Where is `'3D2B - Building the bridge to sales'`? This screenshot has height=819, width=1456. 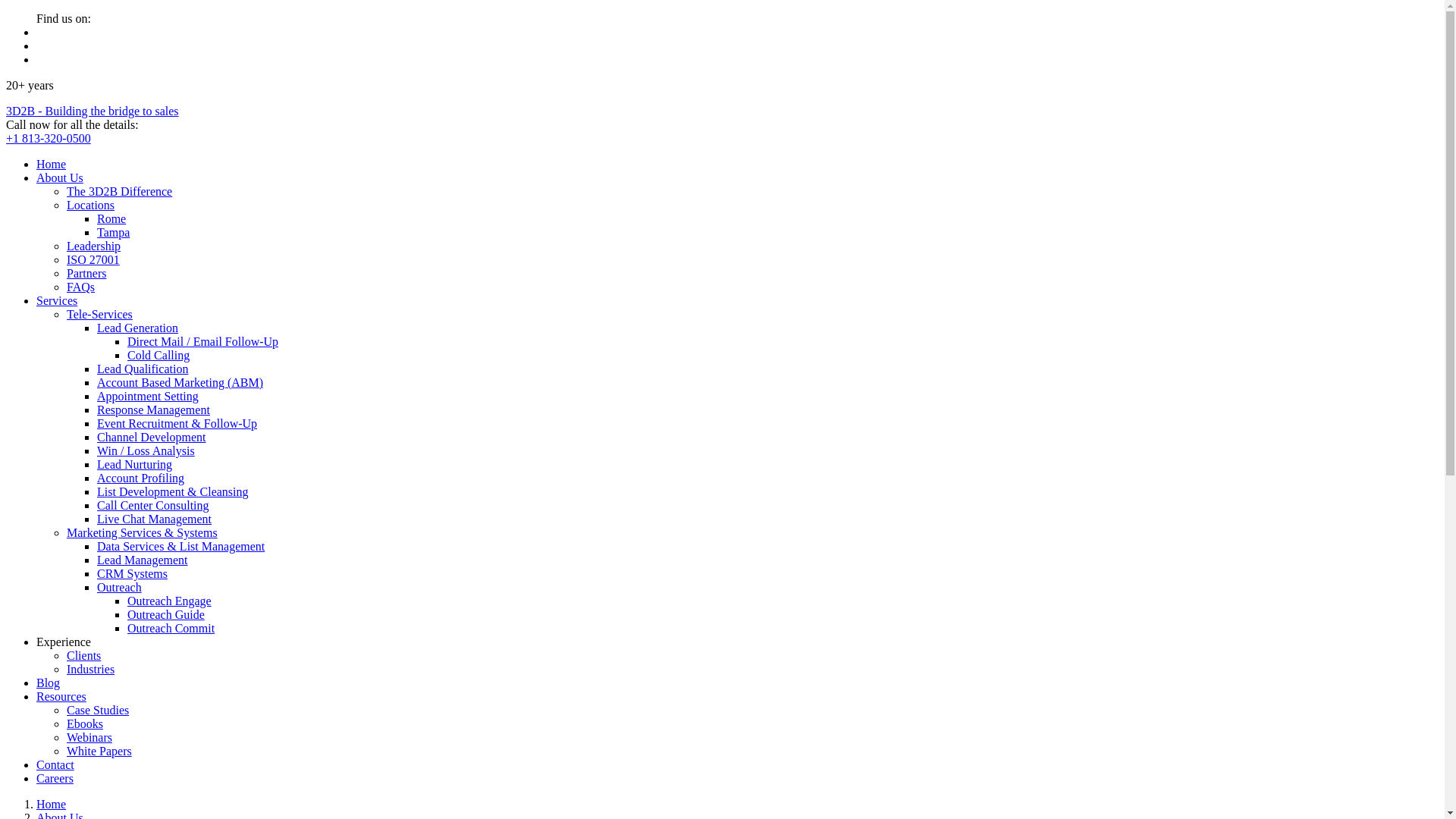 '3D2B - Building the bridge to sales' is located at coordinates (6, 110).